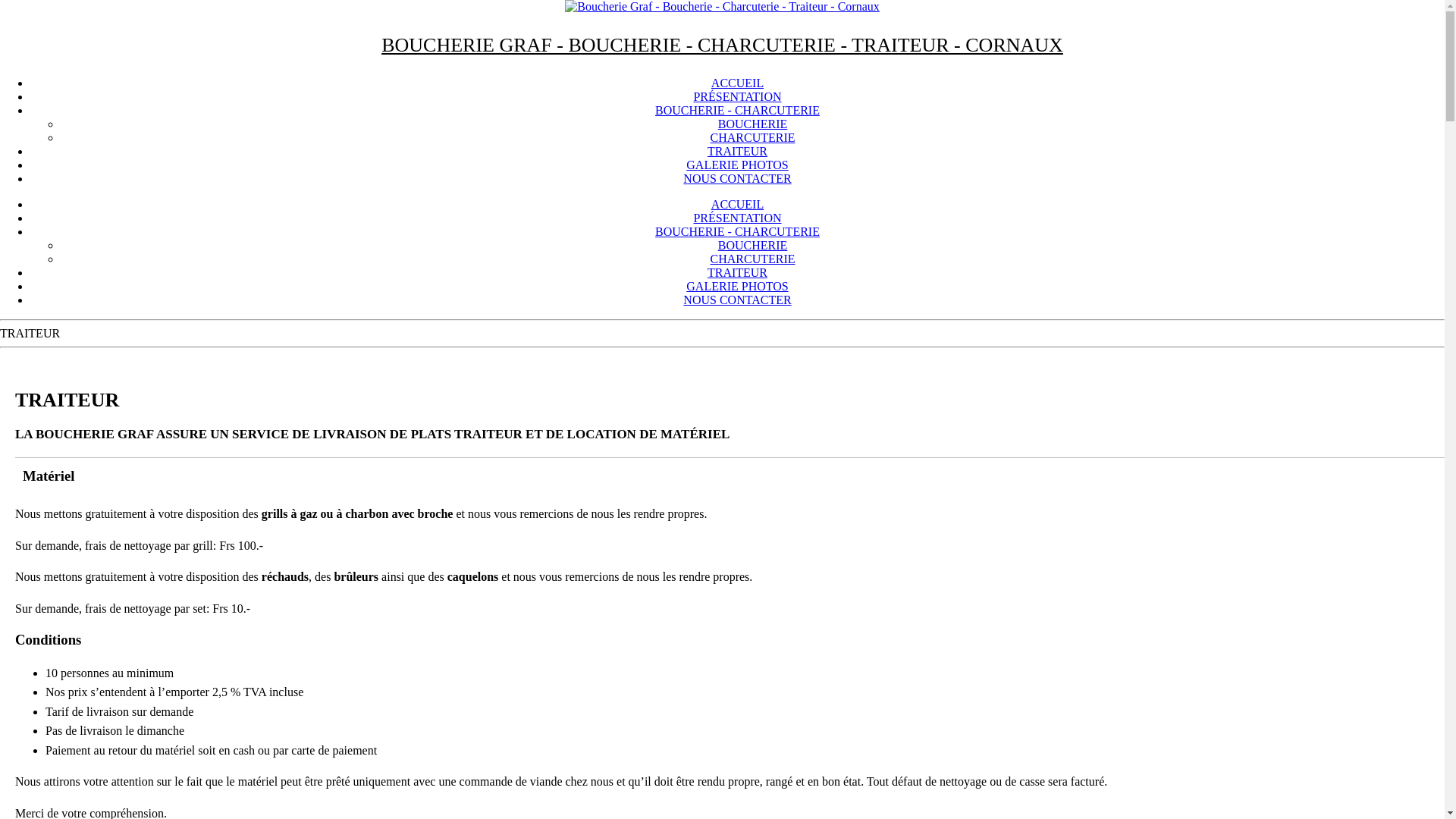  What do you see at coordinates (706, 271) in the screenshot?
I see `'TRAITEUR'` at bounding box center [706, 271].